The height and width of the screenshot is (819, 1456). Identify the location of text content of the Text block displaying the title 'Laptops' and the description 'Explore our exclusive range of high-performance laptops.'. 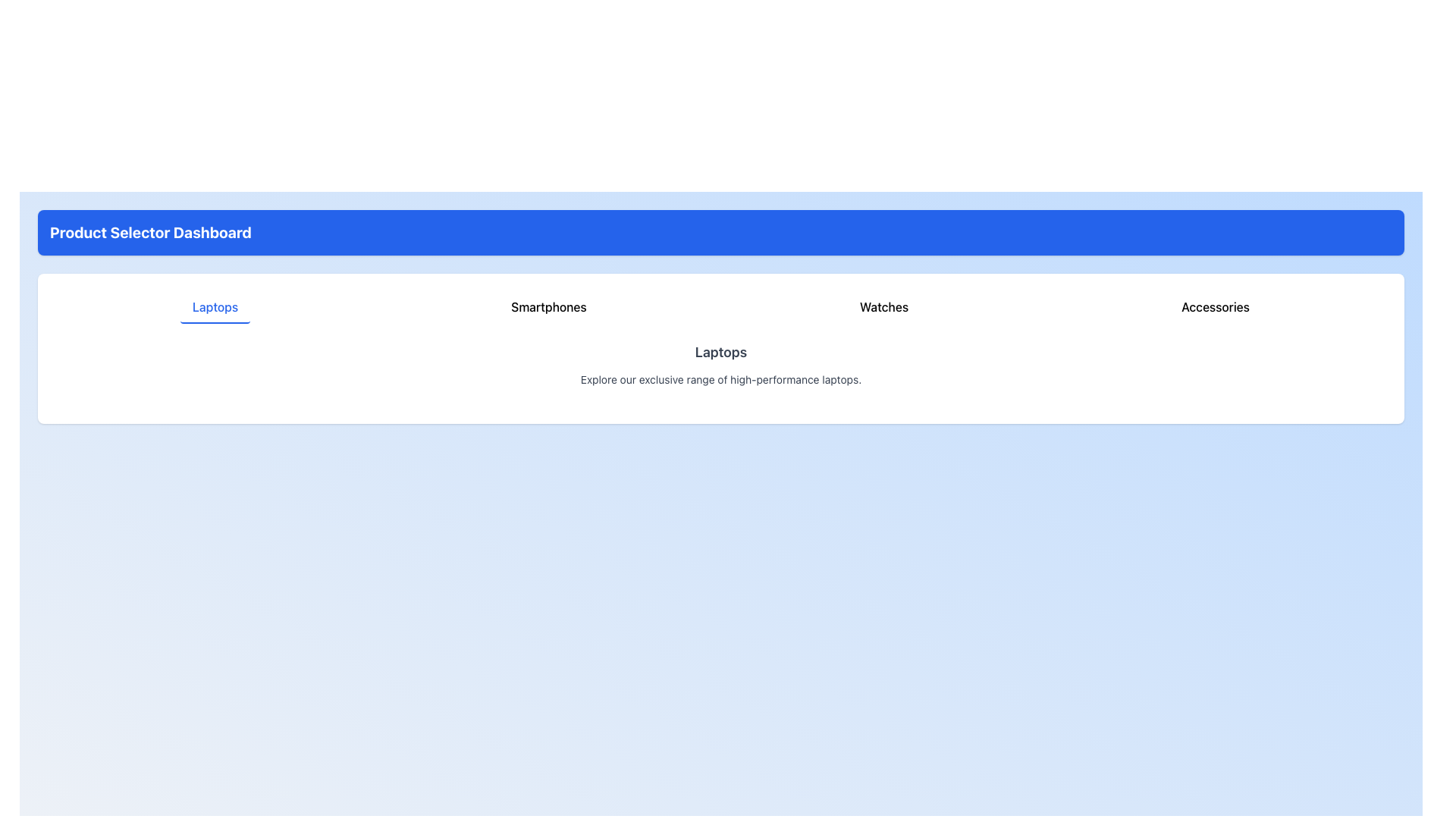
(720, 365).